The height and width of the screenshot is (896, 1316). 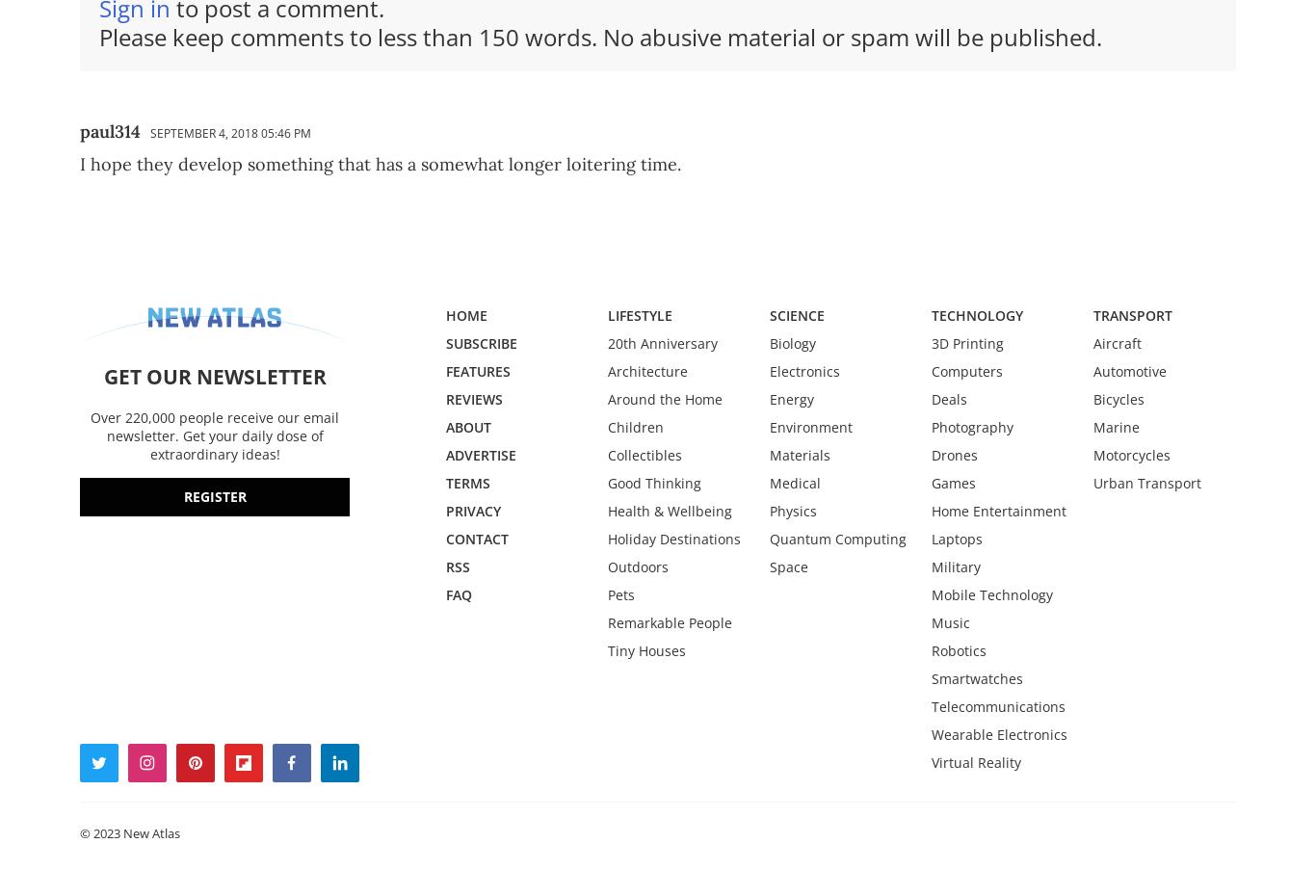 What do you see at coordinates (646, 369) in the screenshot?
I see `'Architecture'` at bounding box center [646, 369].